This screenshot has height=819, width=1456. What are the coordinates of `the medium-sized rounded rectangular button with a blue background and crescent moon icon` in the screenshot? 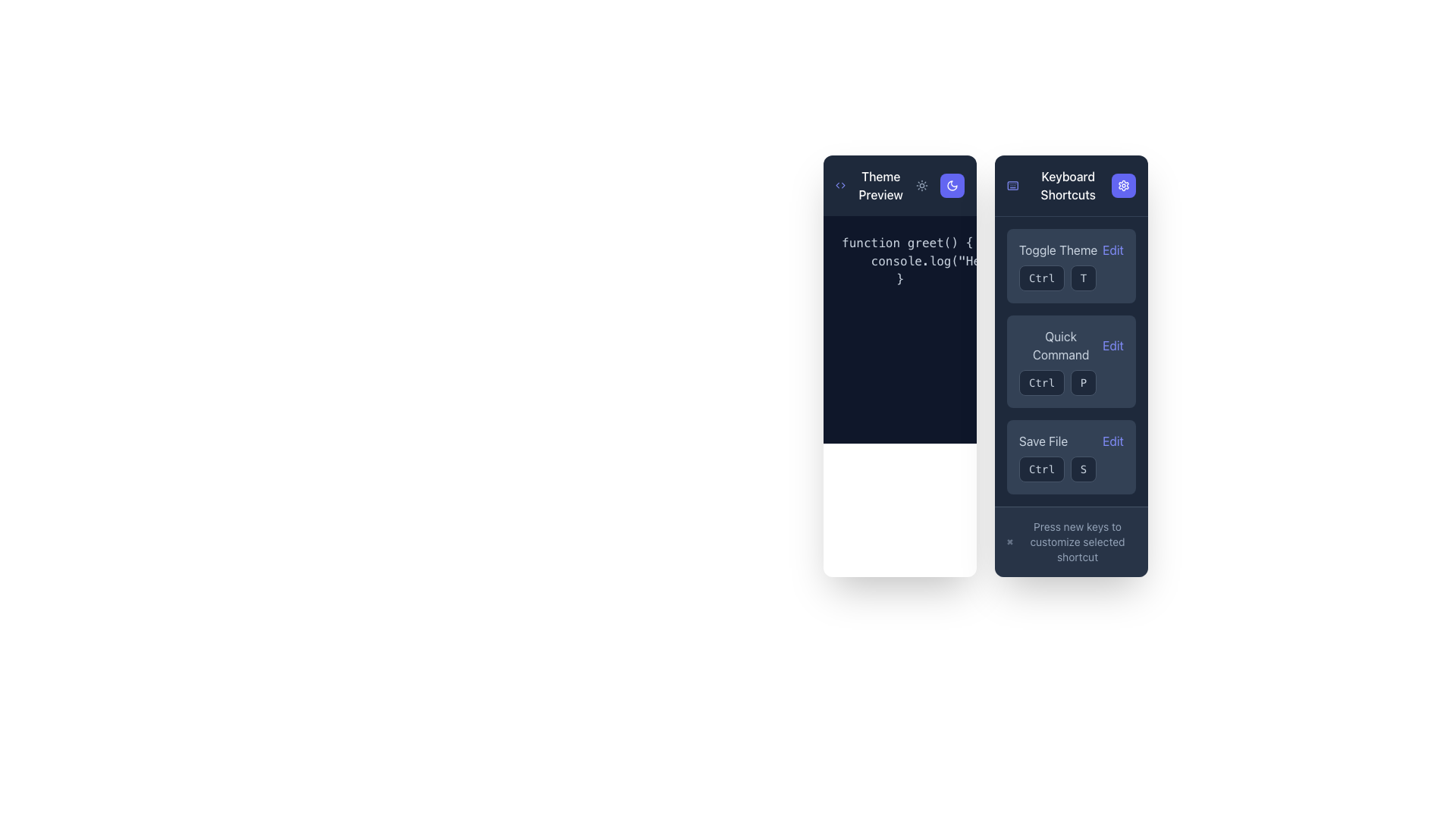 It's located at (952, 185).